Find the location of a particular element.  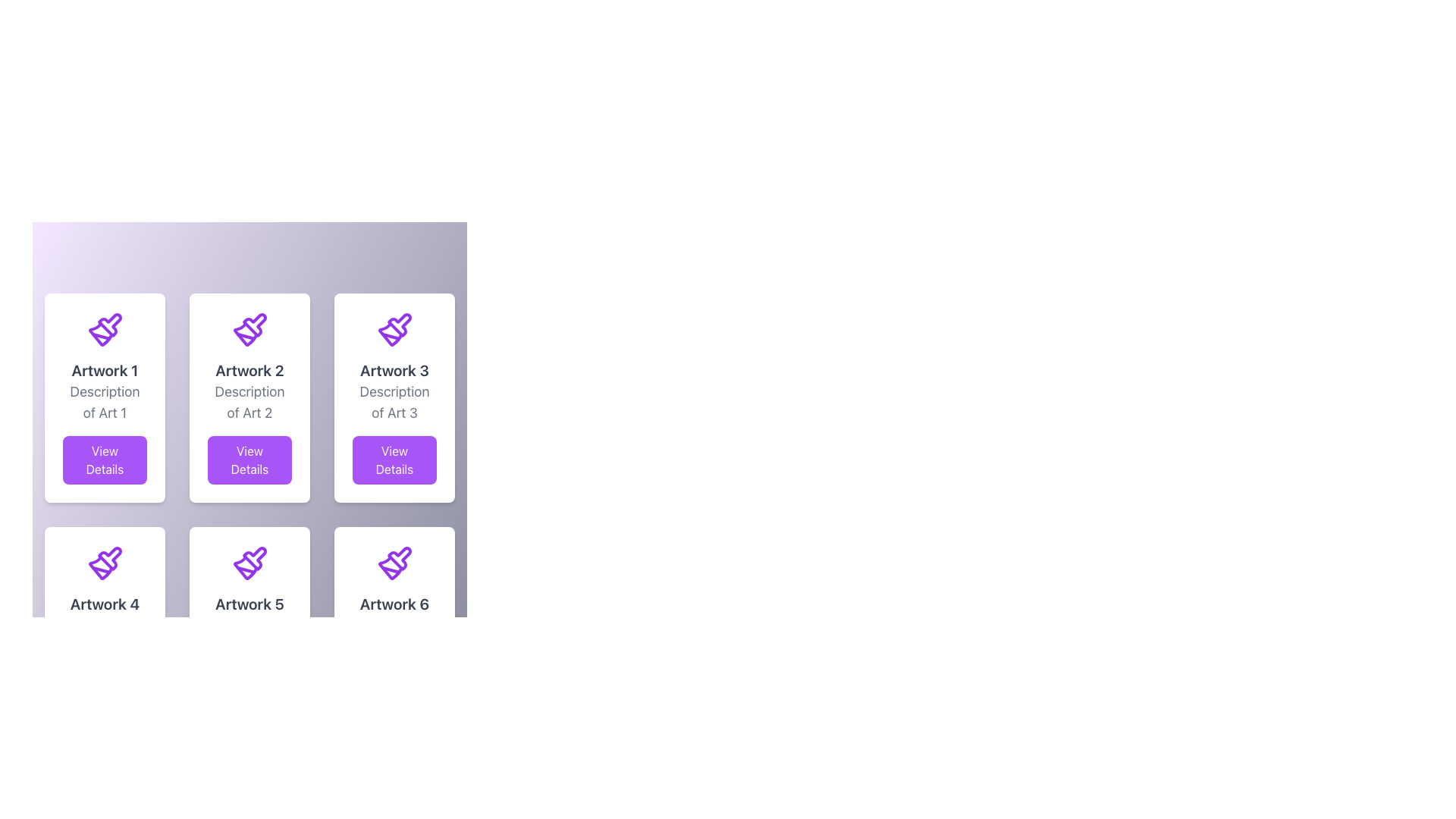

the Text Block providing a description of the artwork displayed in the second card, located below the title 'Artwork 2' and above the button 'View Details' is located at coordinates (249, 402).